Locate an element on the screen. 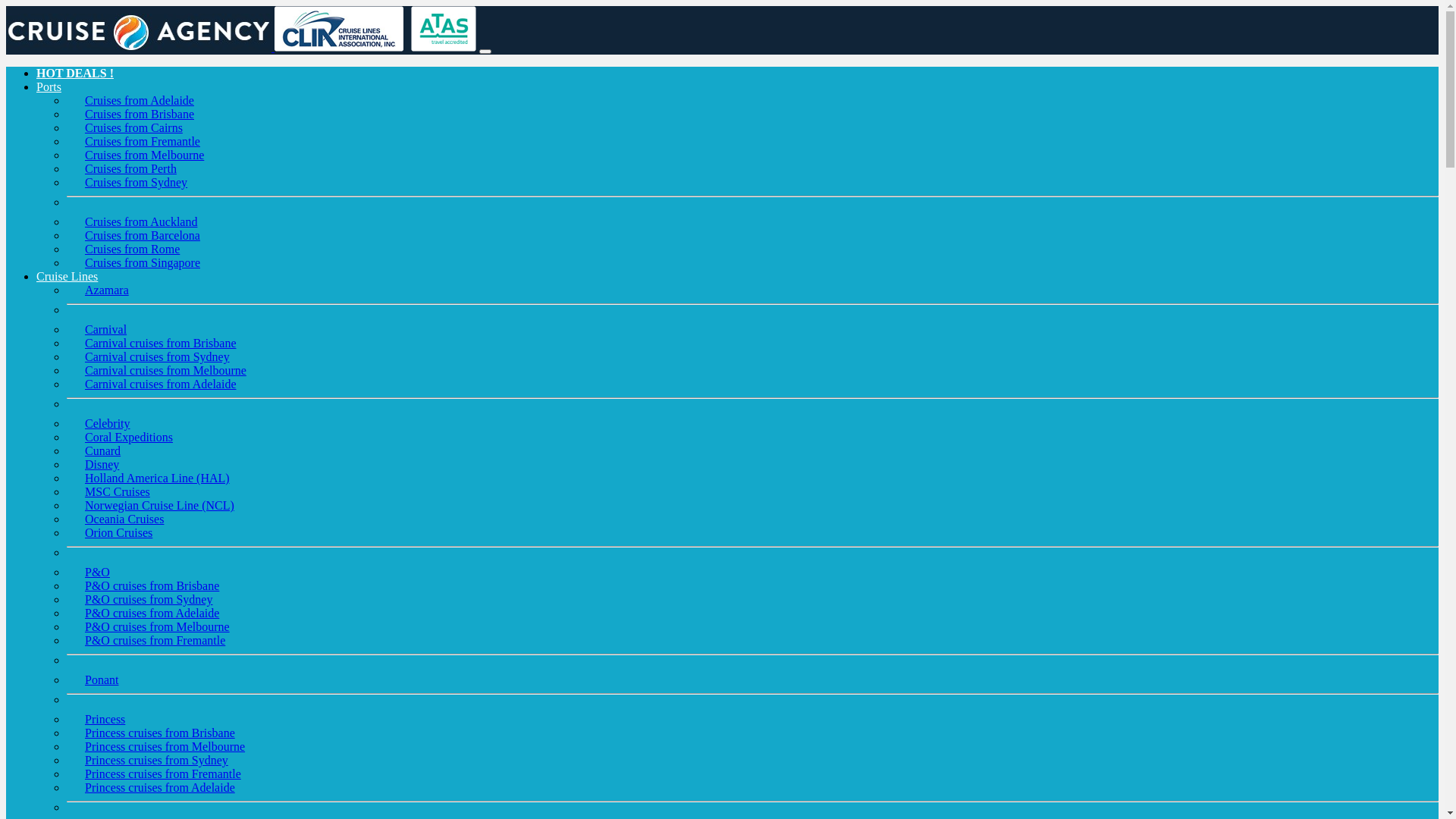 This screenshot has width=1456, height=819. 'Orion Cruises' is located at coordinates (118, 532).